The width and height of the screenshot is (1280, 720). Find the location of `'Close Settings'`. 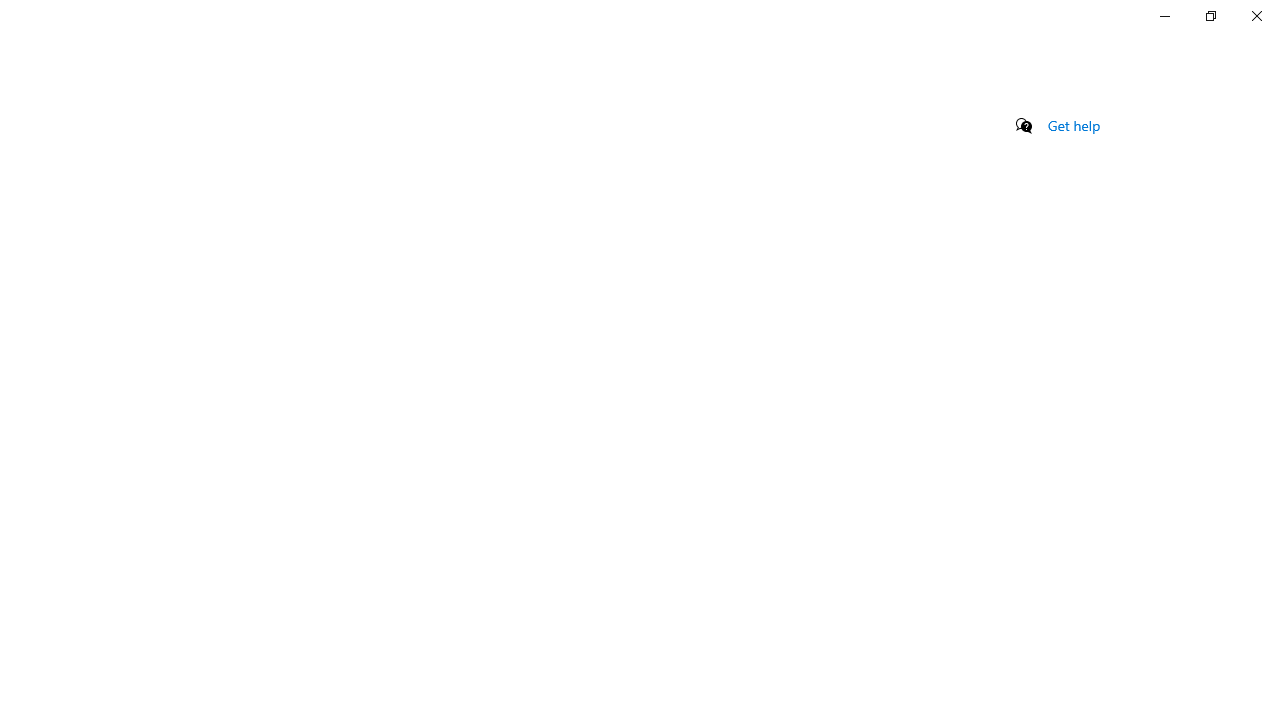

'Close Settings' is located at coordinates (1255, 15).